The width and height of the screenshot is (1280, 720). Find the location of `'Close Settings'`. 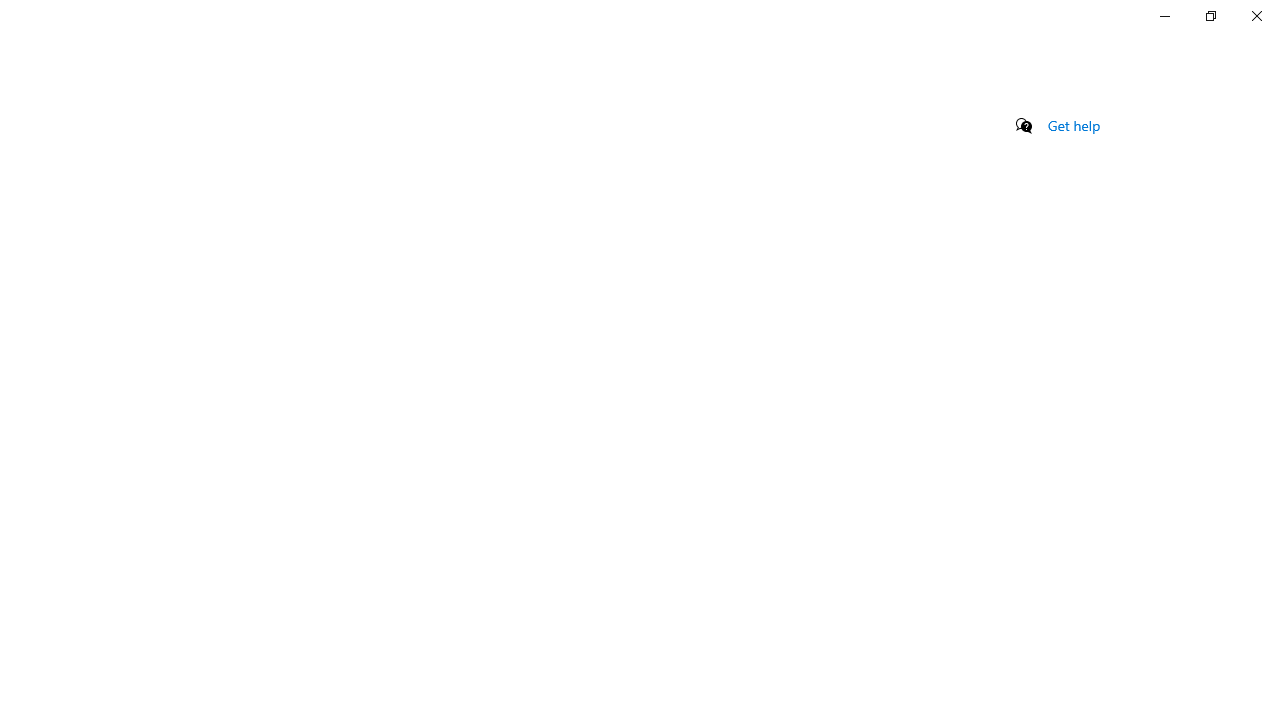

'Close Settings' is located at coordinates (1255, 15).